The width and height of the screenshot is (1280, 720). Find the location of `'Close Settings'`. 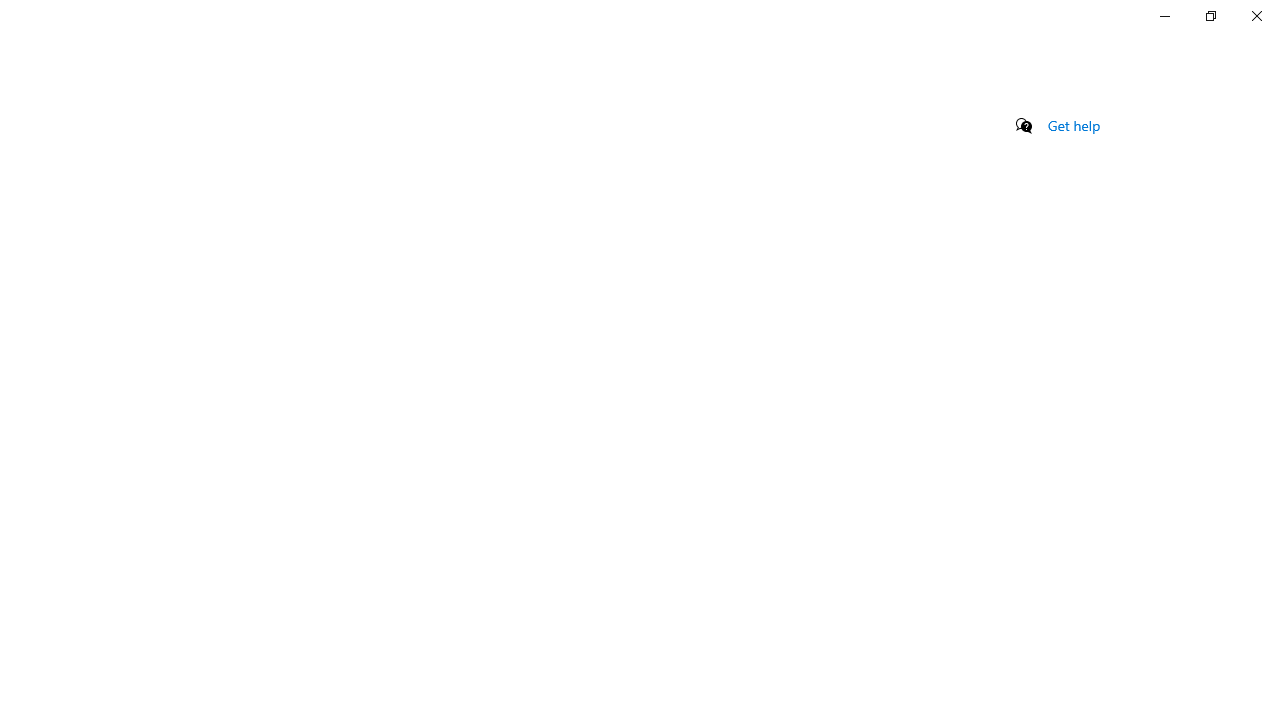

'Close Settings' is located at coordinates (1255, 15).